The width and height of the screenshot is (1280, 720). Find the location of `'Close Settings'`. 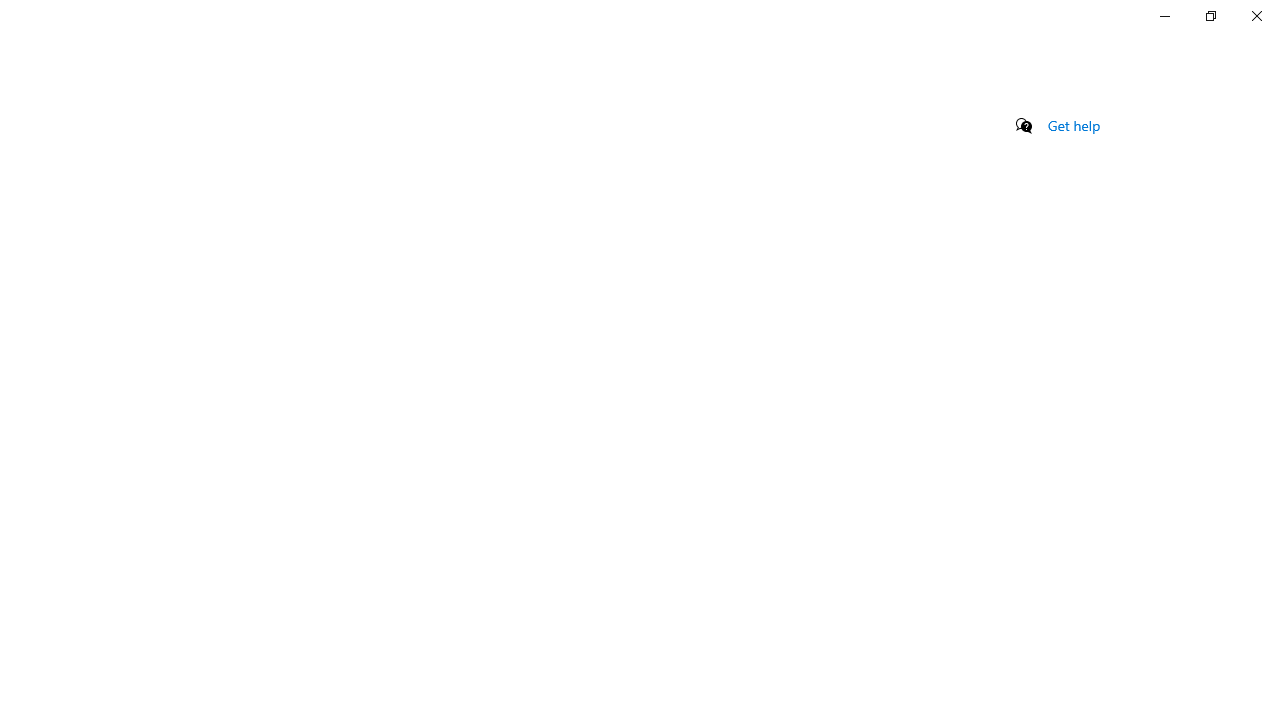

'Close Settings' is located at coordinates (1255, 15).